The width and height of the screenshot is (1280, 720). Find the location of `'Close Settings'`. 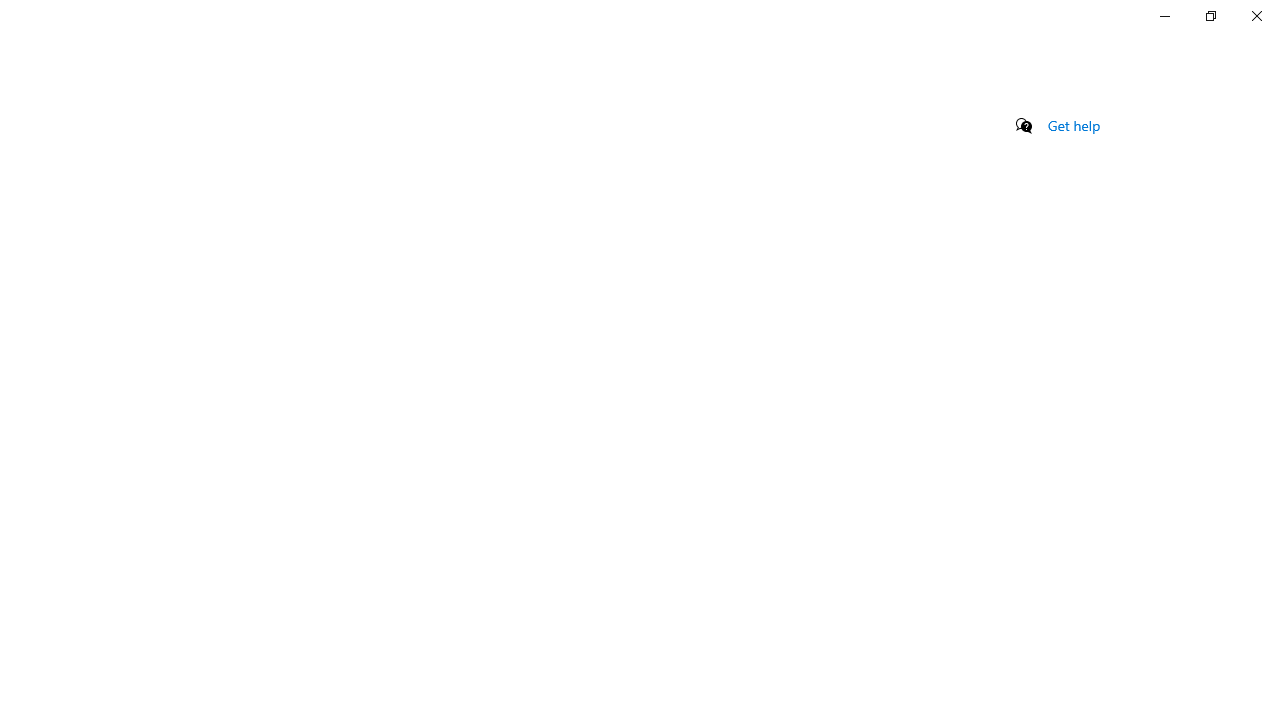

'Close Settings' is located at coordinates (1255, 15).